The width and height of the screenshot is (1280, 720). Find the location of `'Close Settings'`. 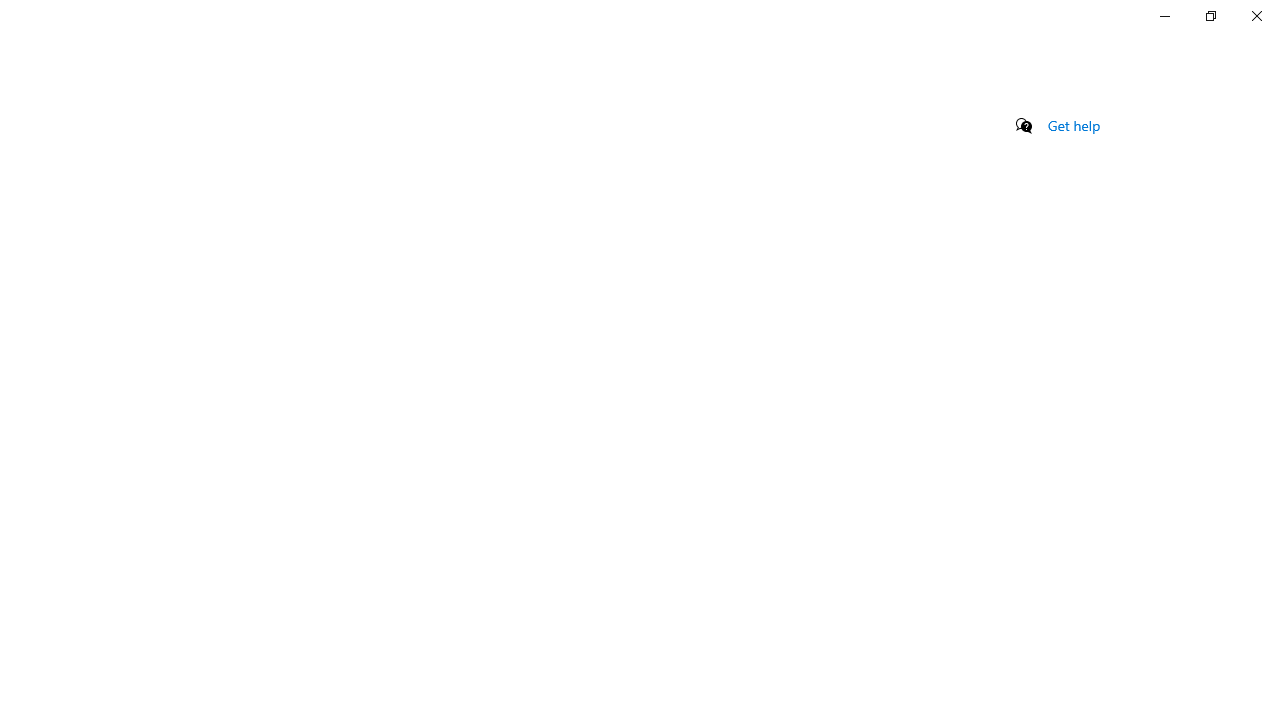

'Close Settings' is located at coordinates (1255, 15).